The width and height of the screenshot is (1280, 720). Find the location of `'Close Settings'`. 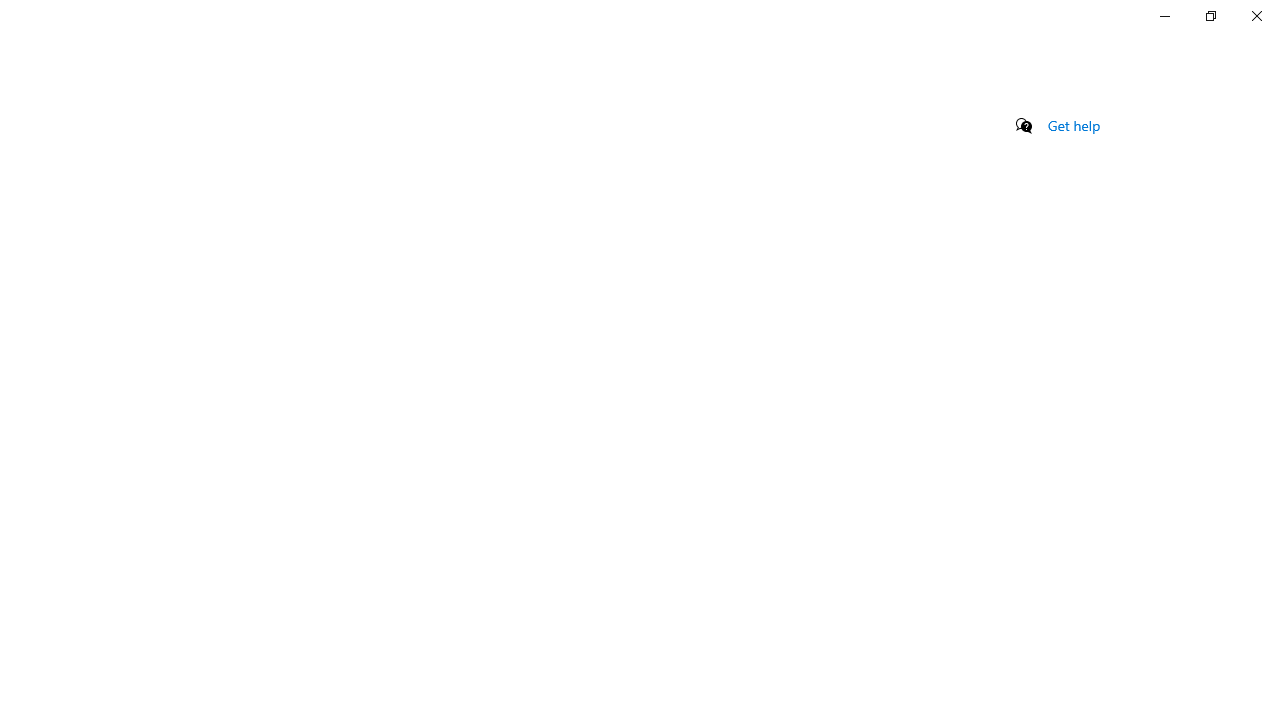

'Close Settings' is located at coordinates (1255, 15).